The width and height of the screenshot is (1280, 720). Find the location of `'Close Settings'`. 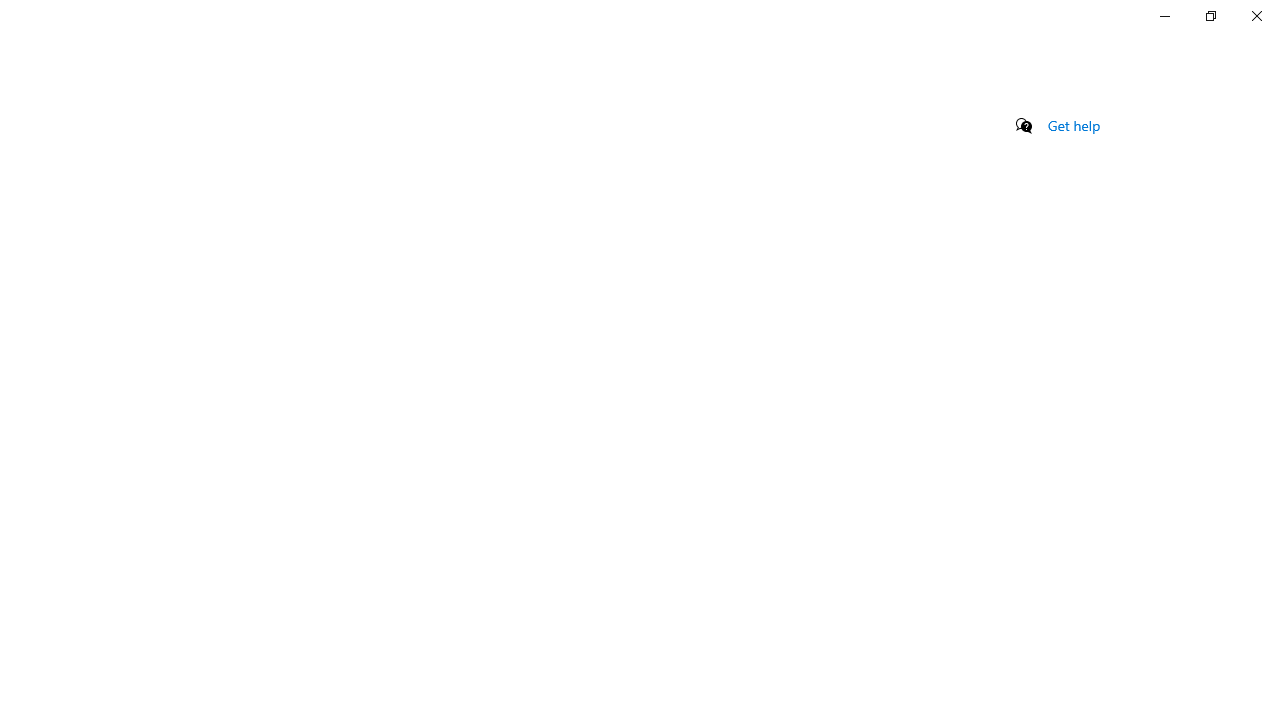

'Close Settings' is located at coordinates (1255, 15).